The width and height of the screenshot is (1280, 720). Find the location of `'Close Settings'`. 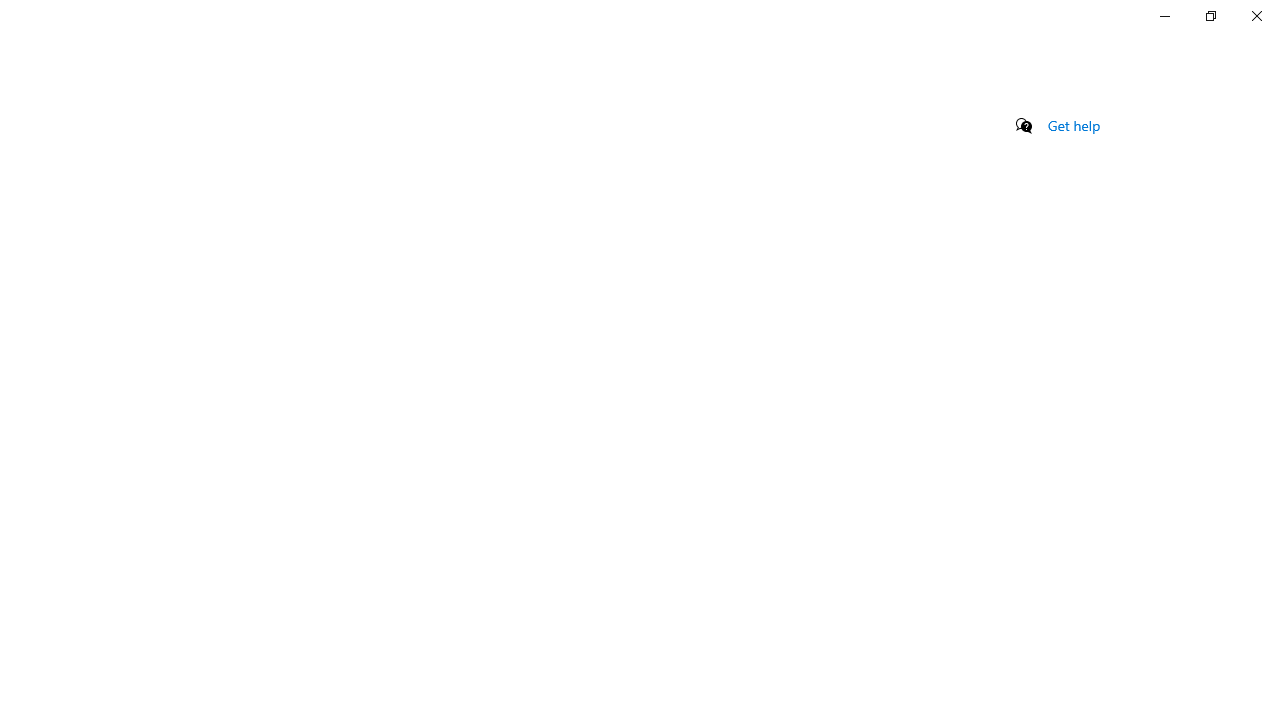

'Close Settings' is located at coordinates (1255, 15).